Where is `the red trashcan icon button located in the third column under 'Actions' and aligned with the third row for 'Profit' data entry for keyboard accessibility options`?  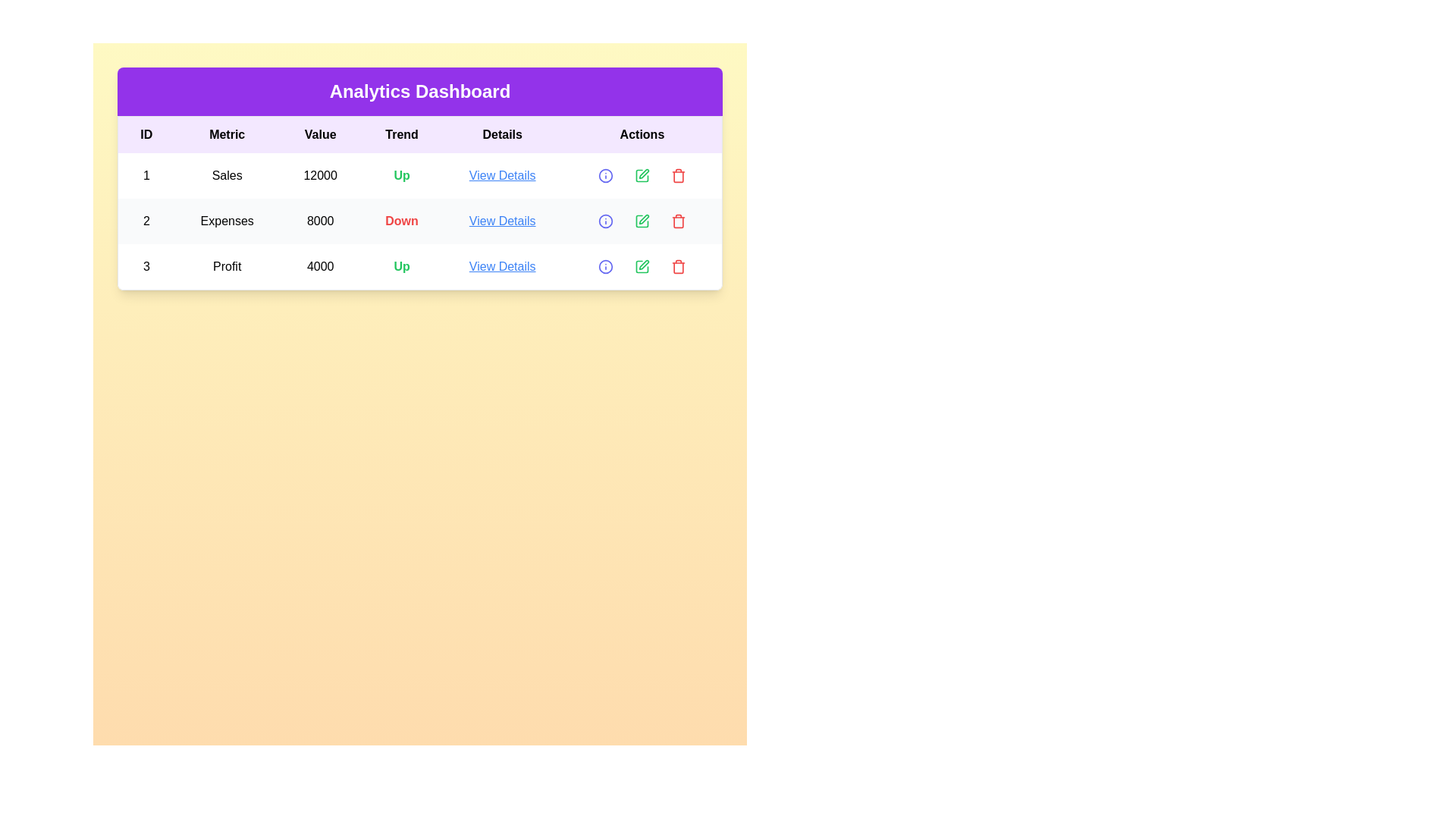 the red trashcan icon button located in the third column under 'Actions' and aligned with the third row for 'Profit' data entry for keyboard accessibility options is located at coordinates (677, 174).